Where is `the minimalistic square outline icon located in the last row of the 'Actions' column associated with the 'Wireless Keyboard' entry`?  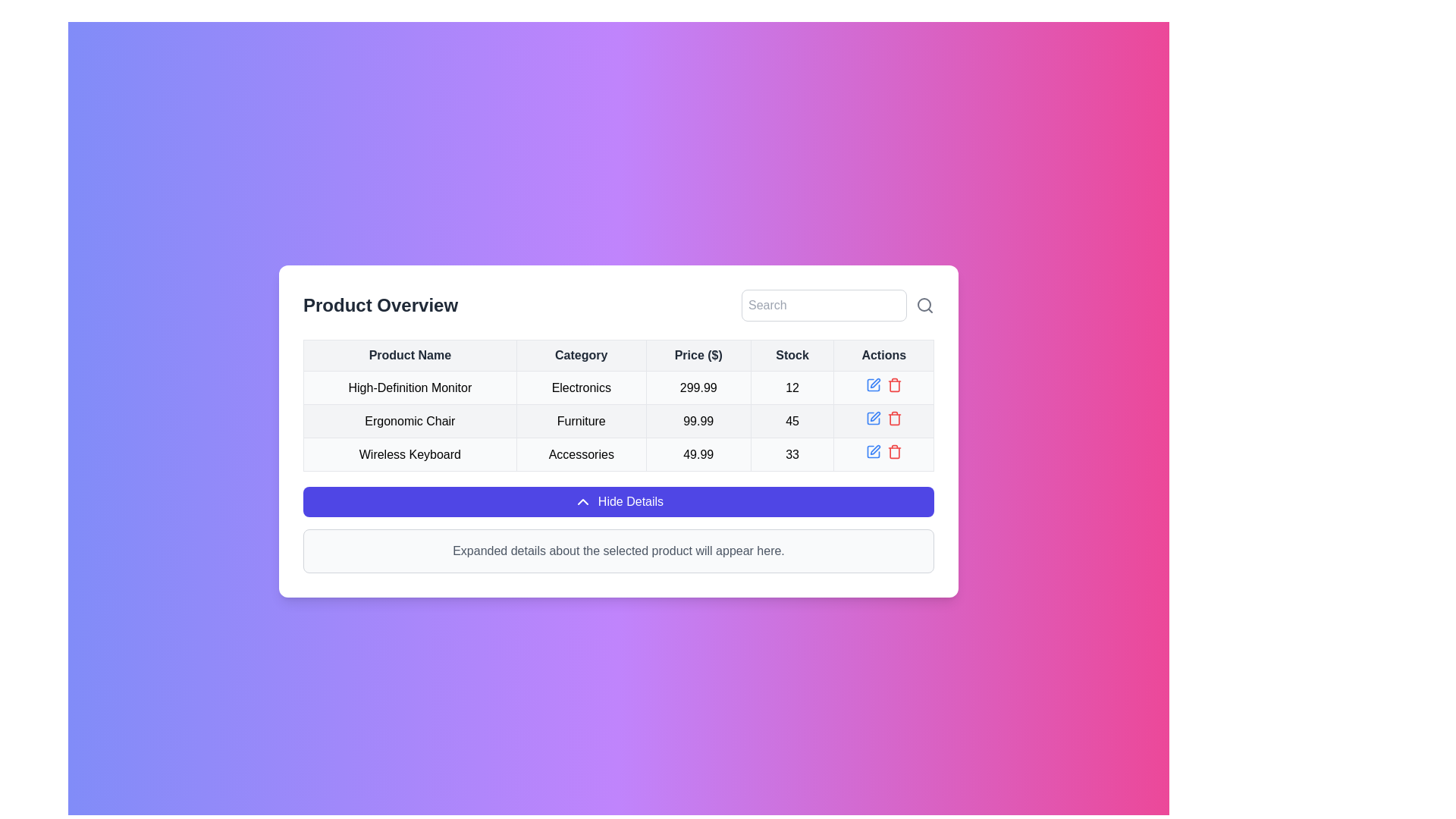 the minimalistic square outline icon located in the last row of the 'Actions' column associated with the 'Wireless Keyboard' entry is located at coordinates (873, 384).